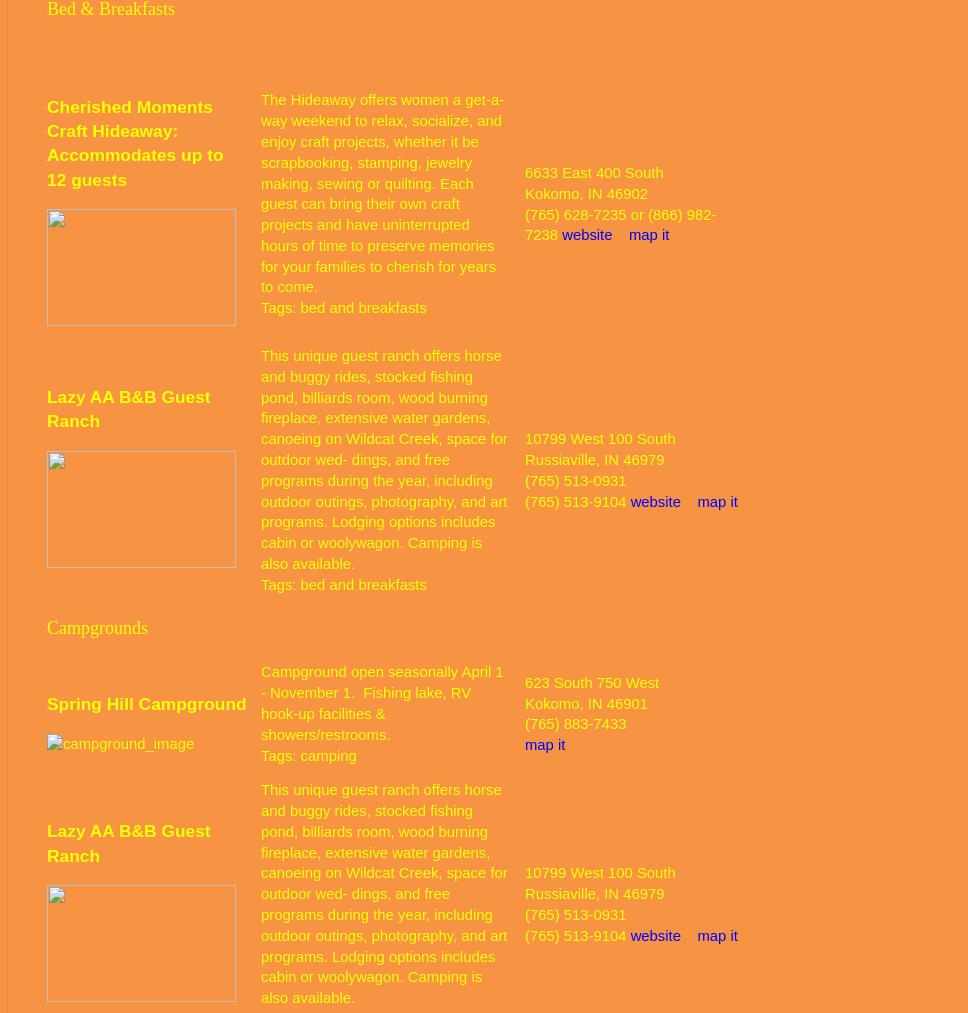 This screenshot has height=1013, width=968. Describe the element at coordinates (97, 626) in the screenshot. I see `'Campgrounds'` at that location.